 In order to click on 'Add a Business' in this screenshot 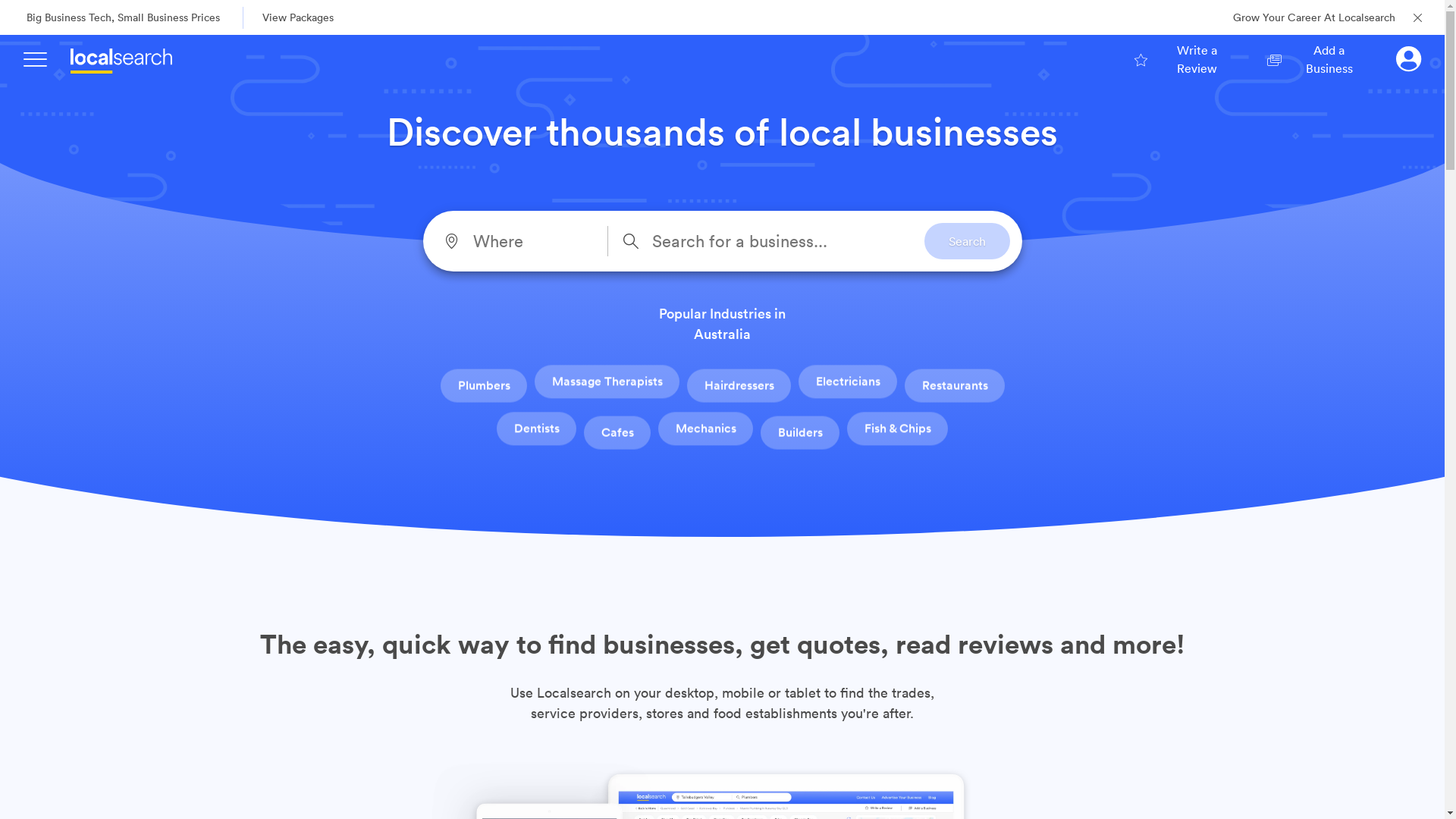, I will do `click(1316, 58)`.